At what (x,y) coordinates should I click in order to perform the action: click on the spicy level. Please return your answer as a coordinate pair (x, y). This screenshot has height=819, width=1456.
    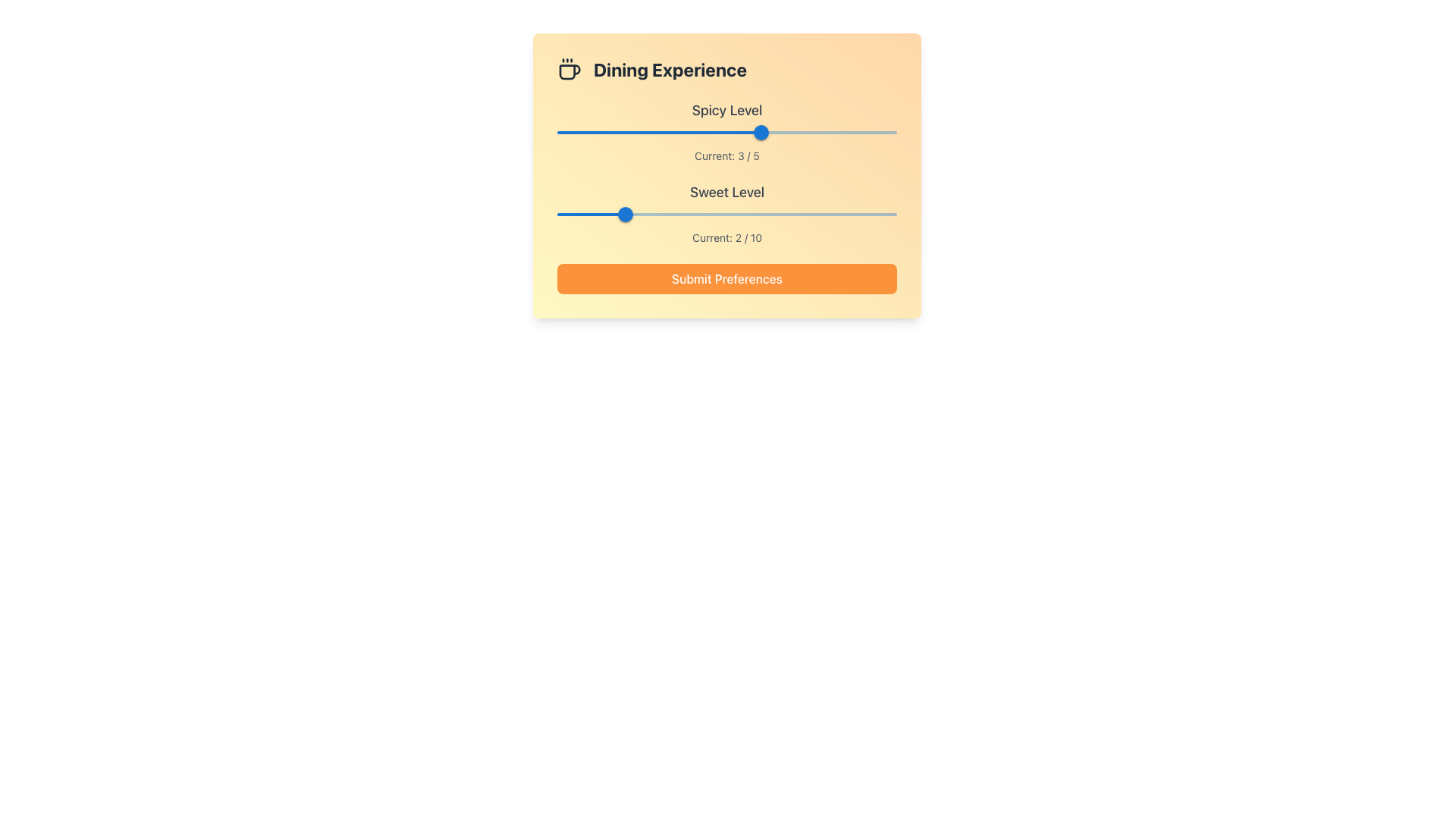
    Looking at the image, I should click on (828, 131).